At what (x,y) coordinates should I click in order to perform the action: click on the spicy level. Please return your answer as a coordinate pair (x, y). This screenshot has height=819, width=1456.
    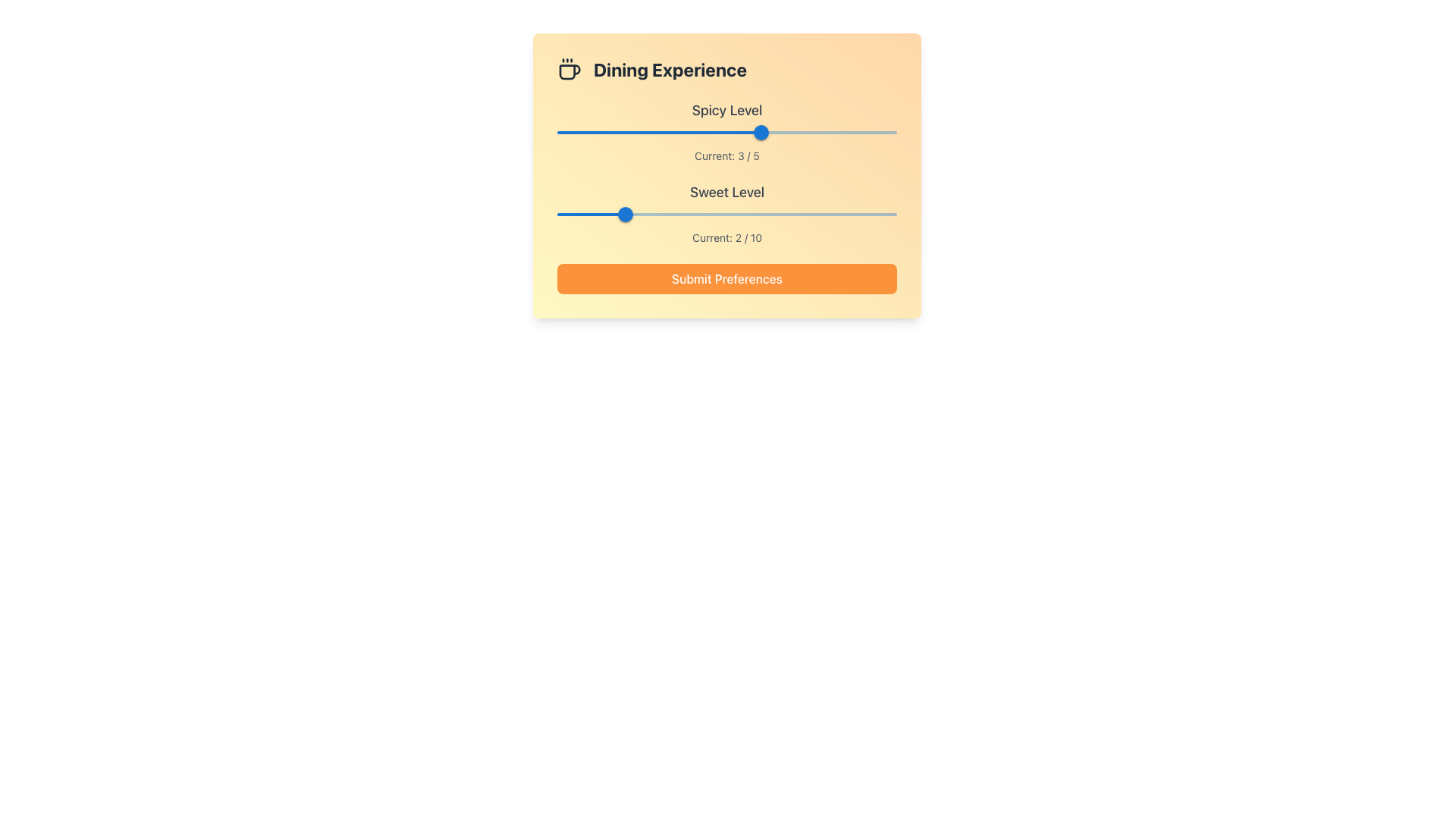
    Looking at the image, I should click on (828, 131).